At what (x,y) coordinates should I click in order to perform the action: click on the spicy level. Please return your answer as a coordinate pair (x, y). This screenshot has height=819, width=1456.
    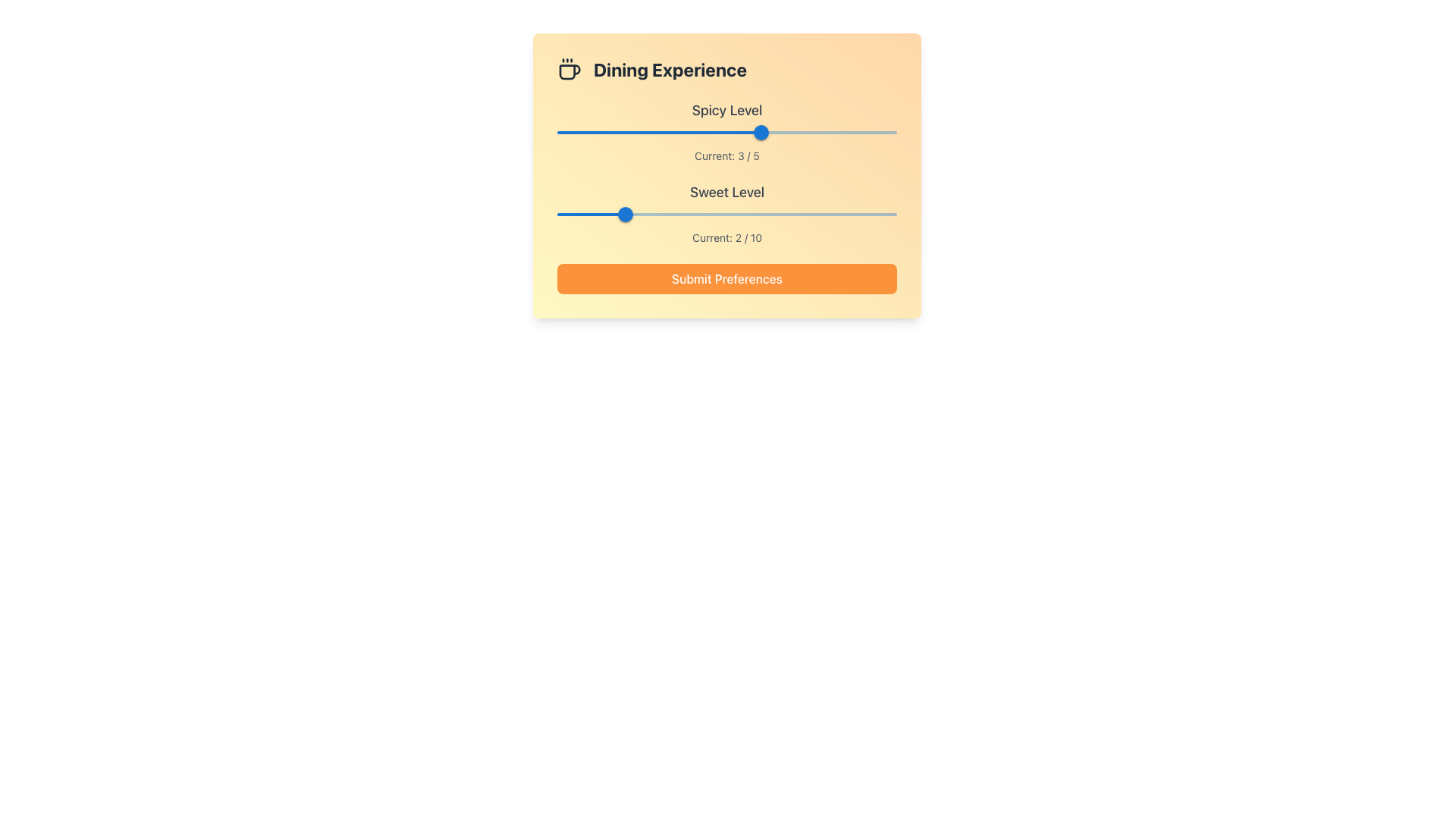
    Looking at the image, I should click on (828, 131).